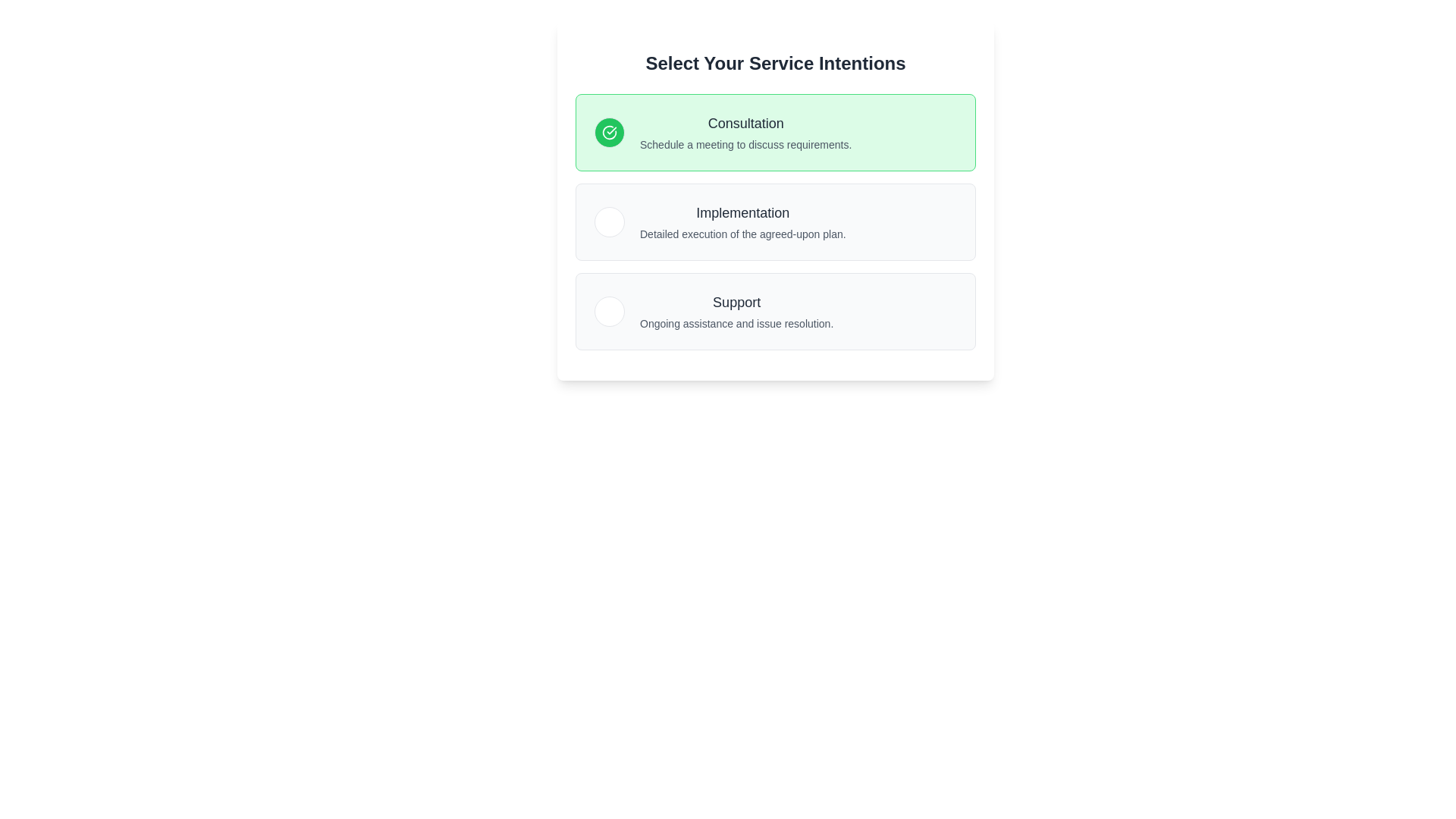 The image size is (1456, 819). Describe the element at coordinates (610, 222) in the screenshot. I see `the circular white button with a thin gray border located in the 'Implementation' section, which is the second button in a vertical list of buttons` at that location.